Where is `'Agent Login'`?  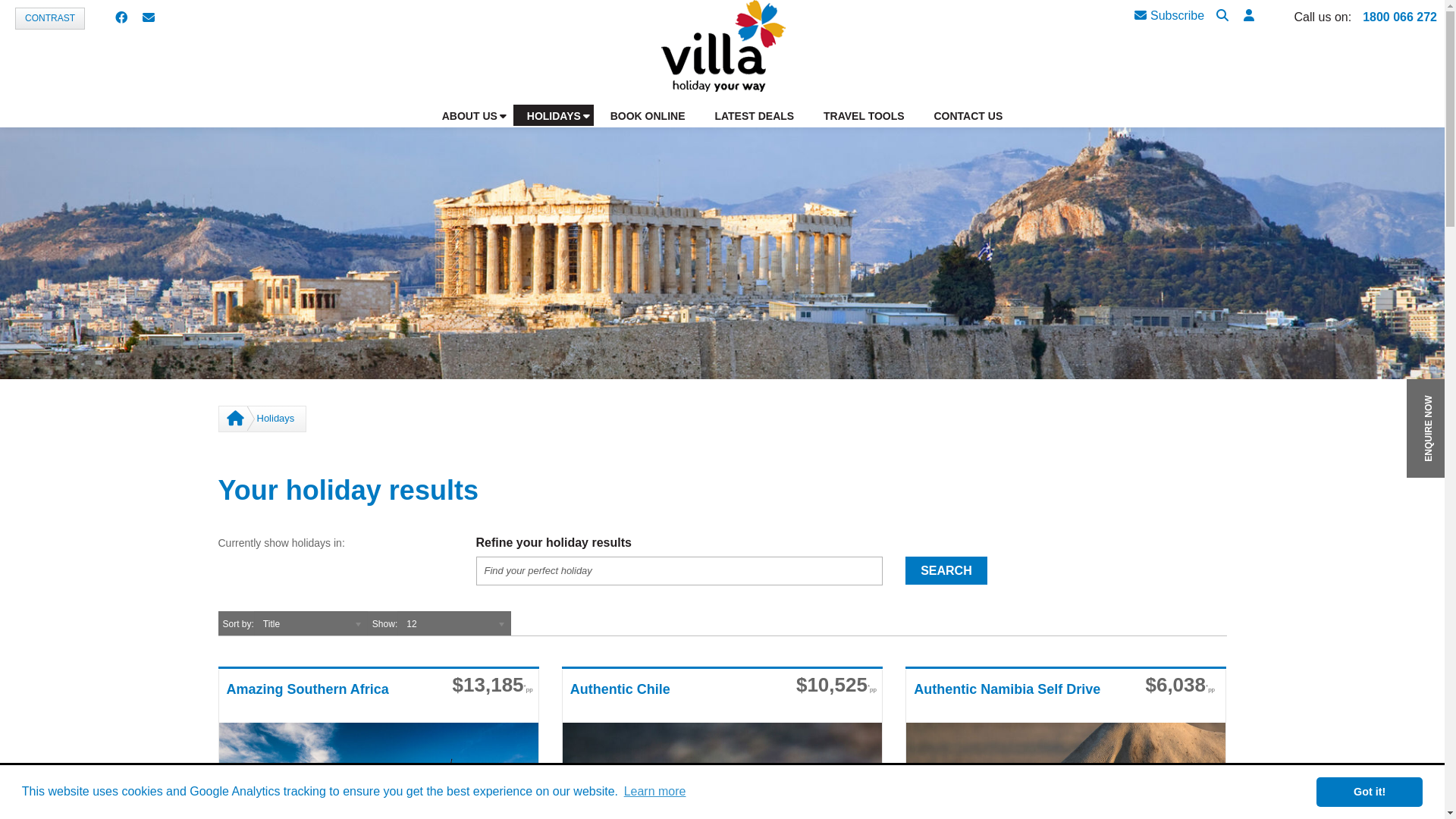
'Agent Login' is located at coordinates (1248, 16).